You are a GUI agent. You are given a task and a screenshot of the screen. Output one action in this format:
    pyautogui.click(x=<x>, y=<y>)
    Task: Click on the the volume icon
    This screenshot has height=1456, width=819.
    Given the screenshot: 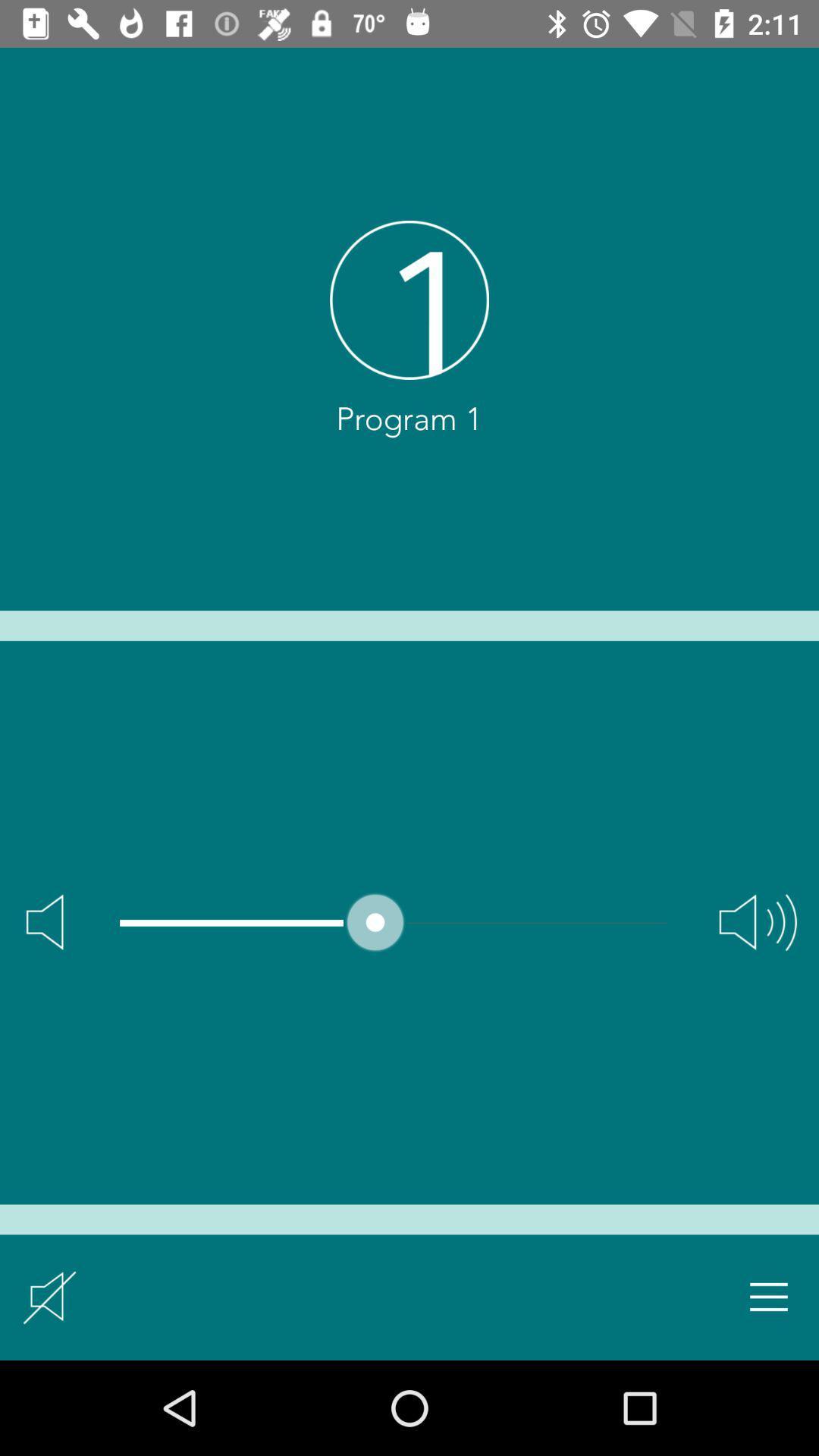 What is the action you would take?
    pyautogui.click(x=758, y=921)
    